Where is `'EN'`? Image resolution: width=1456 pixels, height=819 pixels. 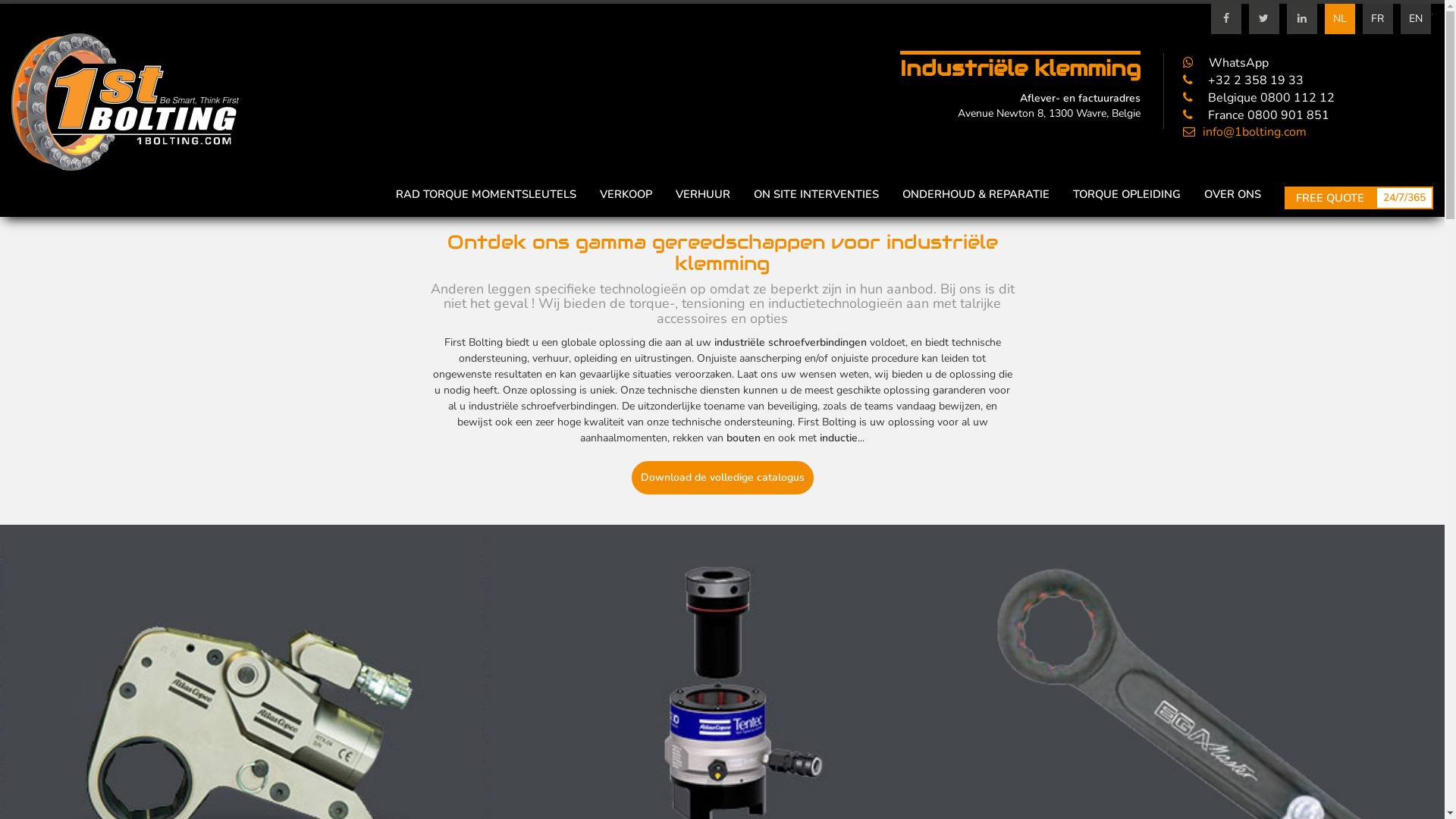 'EN' is located at coordinates (1400, 18).